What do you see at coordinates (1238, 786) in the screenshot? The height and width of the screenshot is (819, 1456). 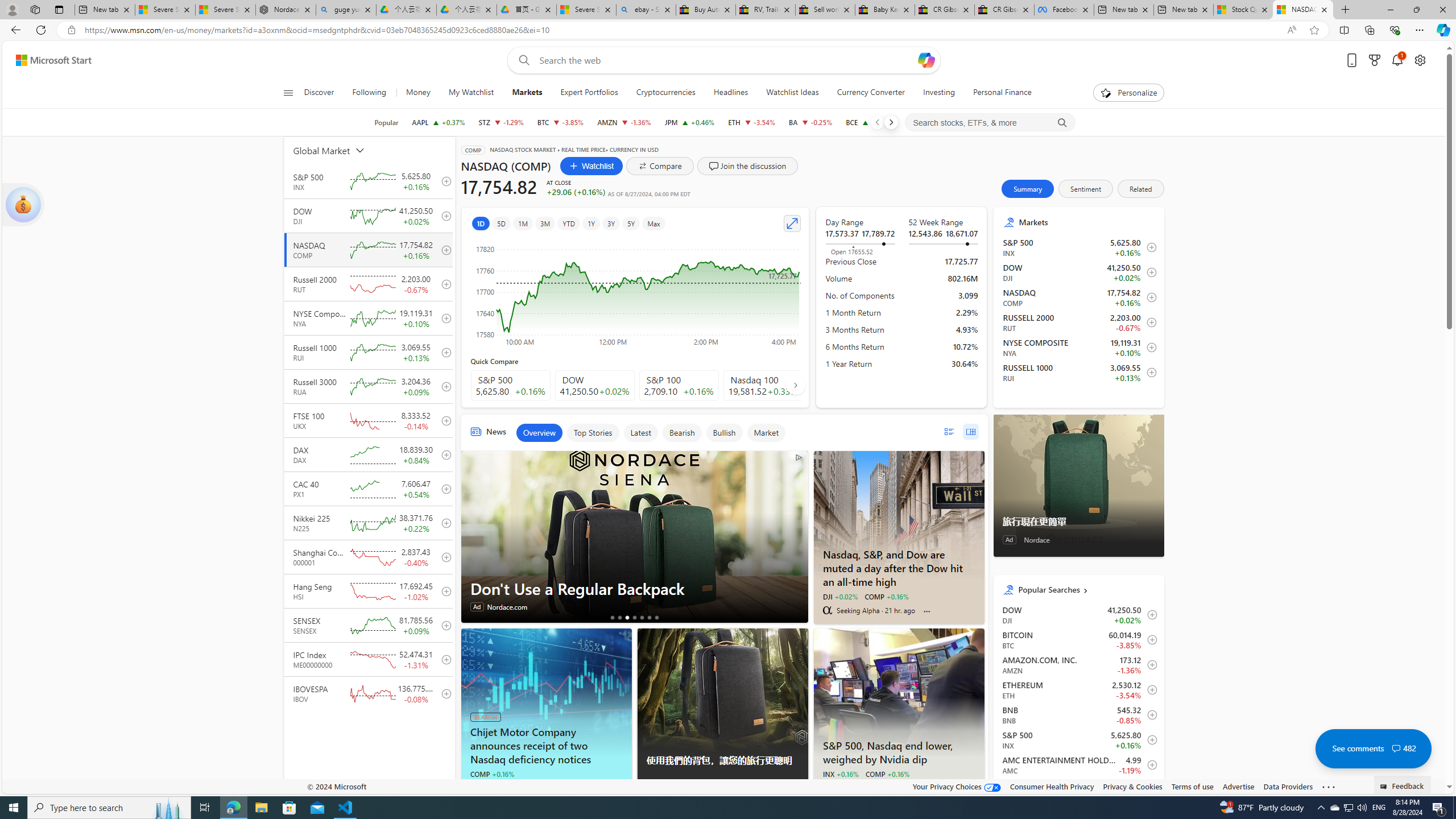 I see `'Advertise'` at bounding box center [1238, 786].